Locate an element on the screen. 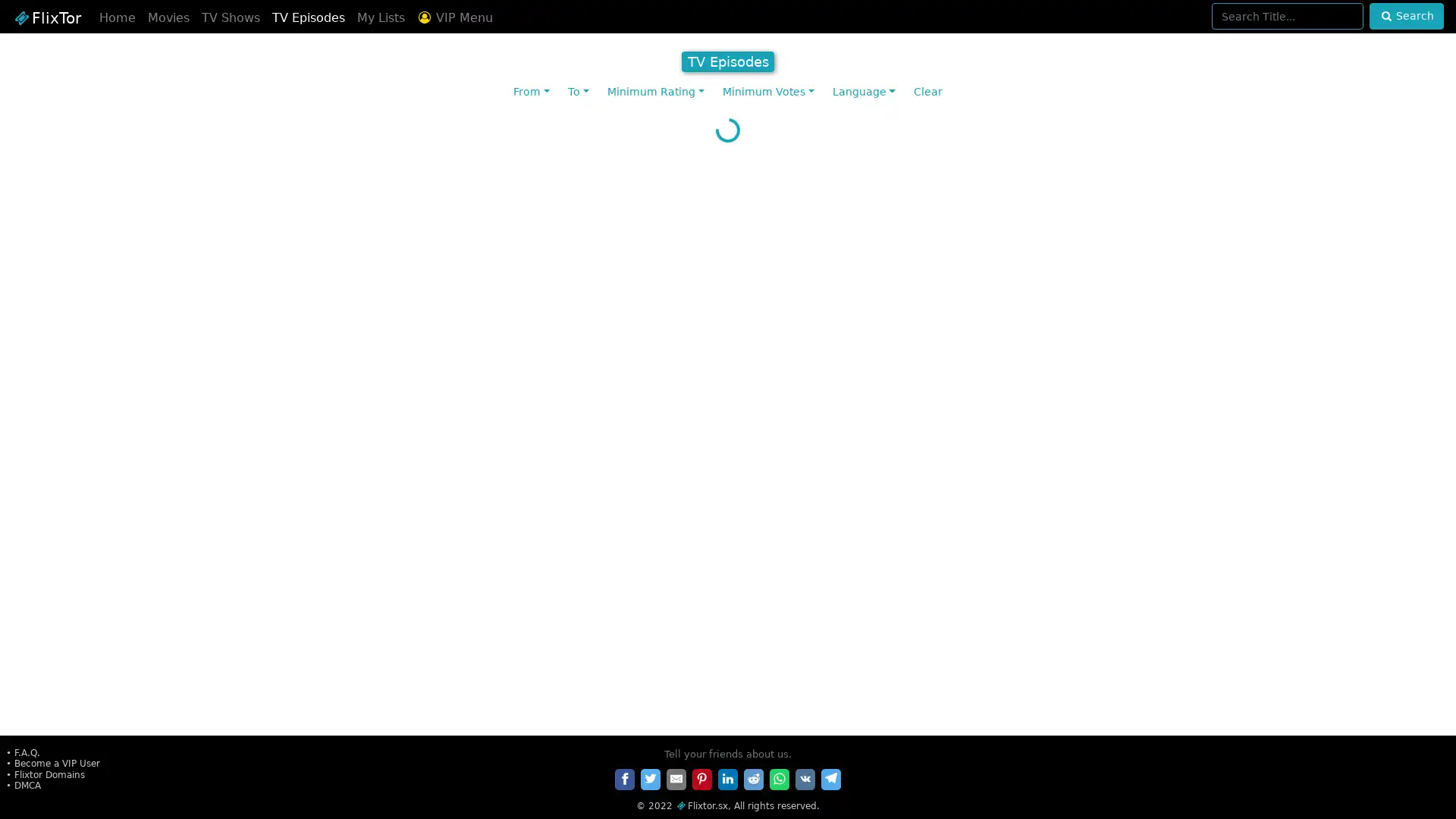 Image resolution: width=1456 pixels, height=819 pixels. Watch Now is located at coordinates (120, 523).